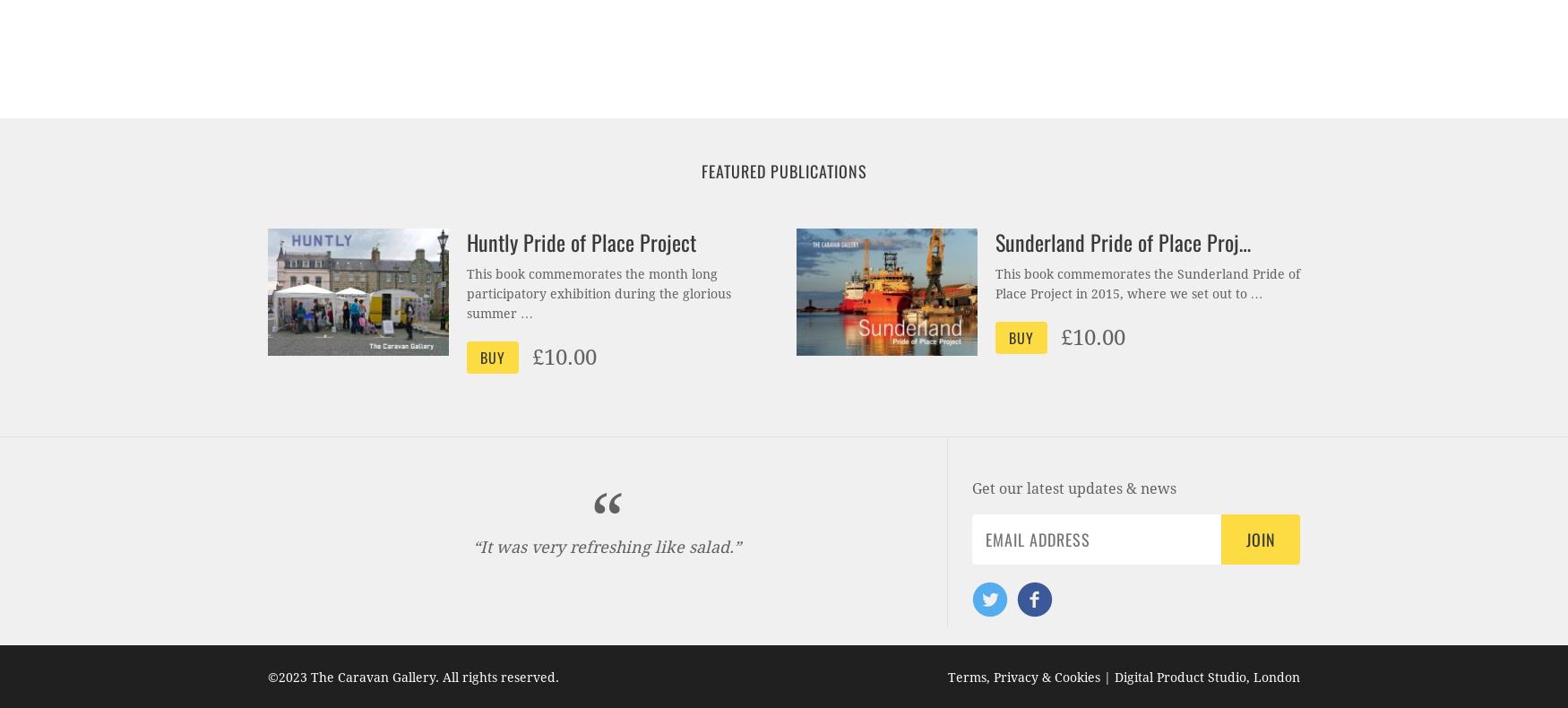 Image resolution: width=1568 pixels, height=708 pixels. I want to click on 'Digital Product Studio, London', so click(1115, 678).